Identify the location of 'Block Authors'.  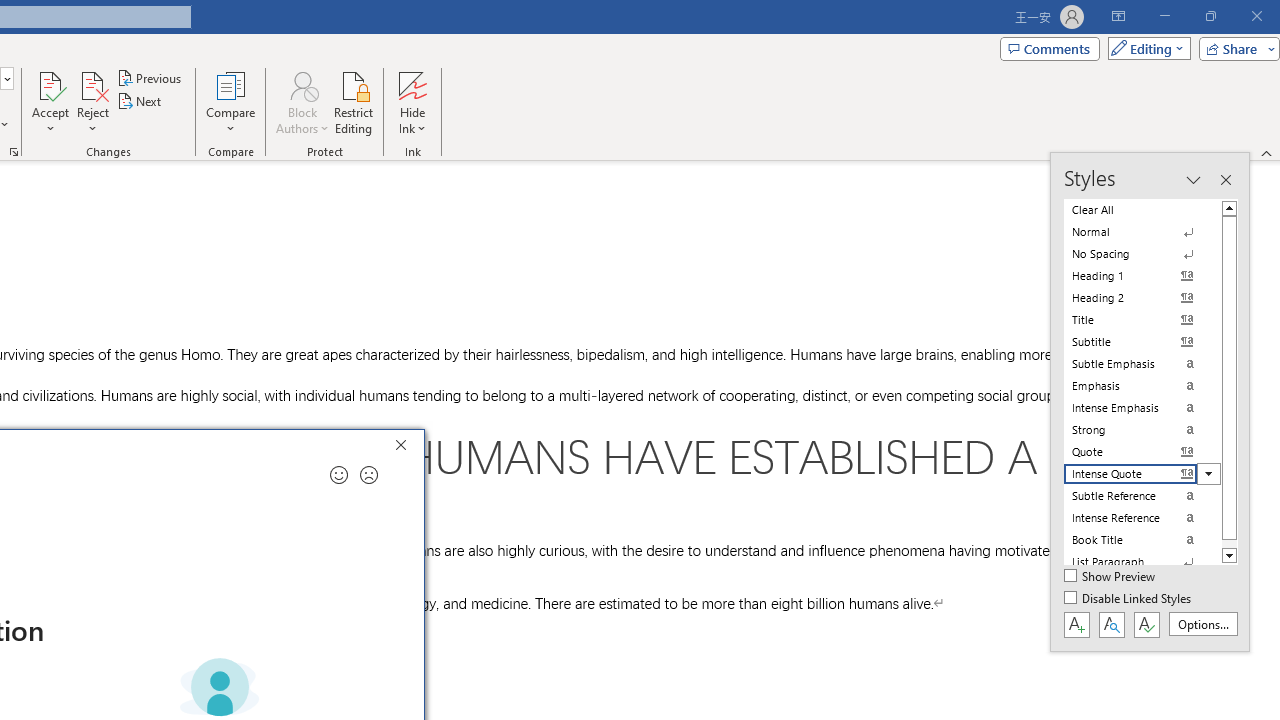
(301, 84).